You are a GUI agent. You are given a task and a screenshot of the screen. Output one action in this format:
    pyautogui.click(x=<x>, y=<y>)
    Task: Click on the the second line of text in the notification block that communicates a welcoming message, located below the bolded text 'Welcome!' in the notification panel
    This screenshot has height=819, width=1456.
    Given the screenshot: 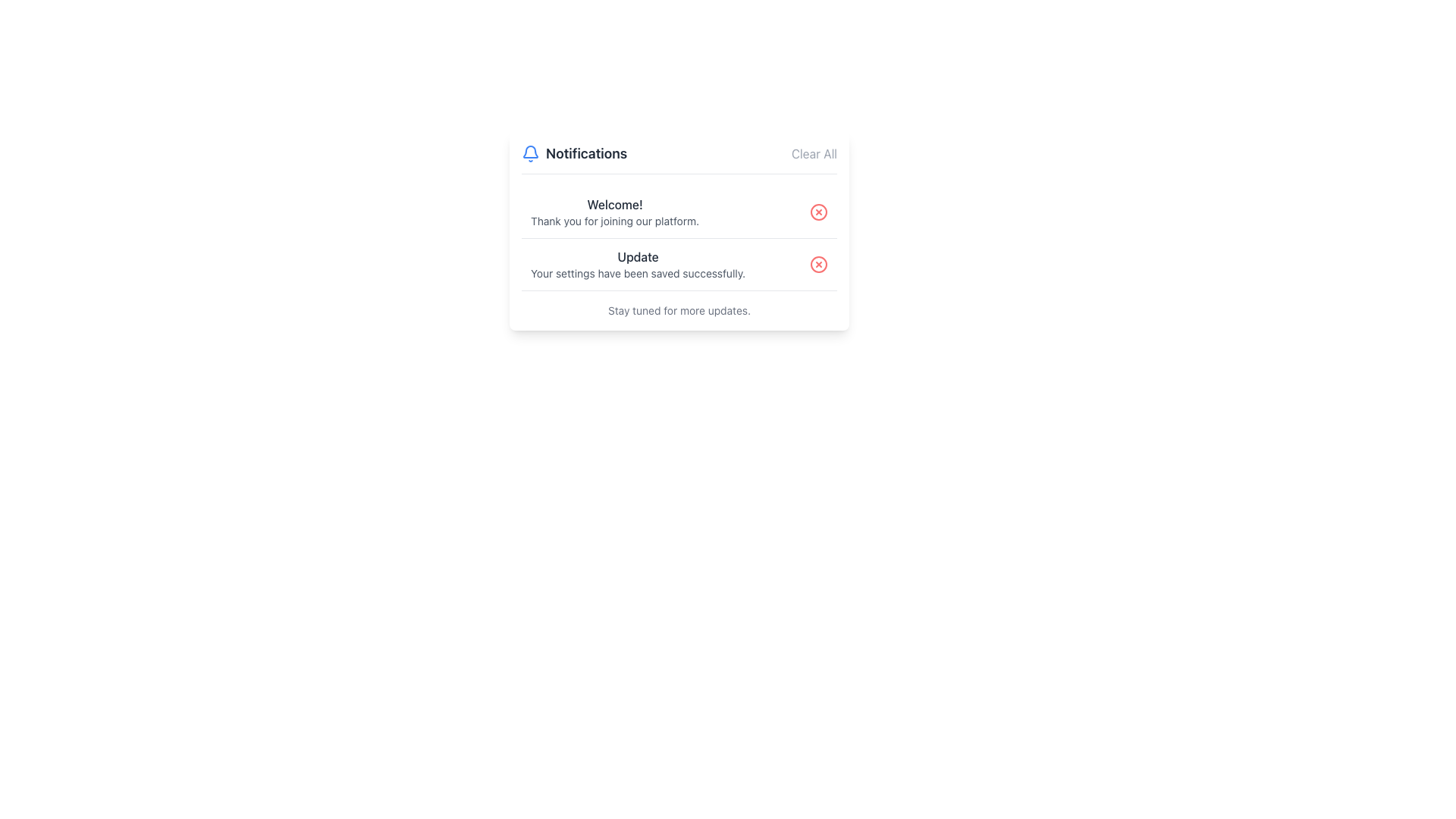 What is the action you would take?
    pyautogui.click(x=615, y=221)
    